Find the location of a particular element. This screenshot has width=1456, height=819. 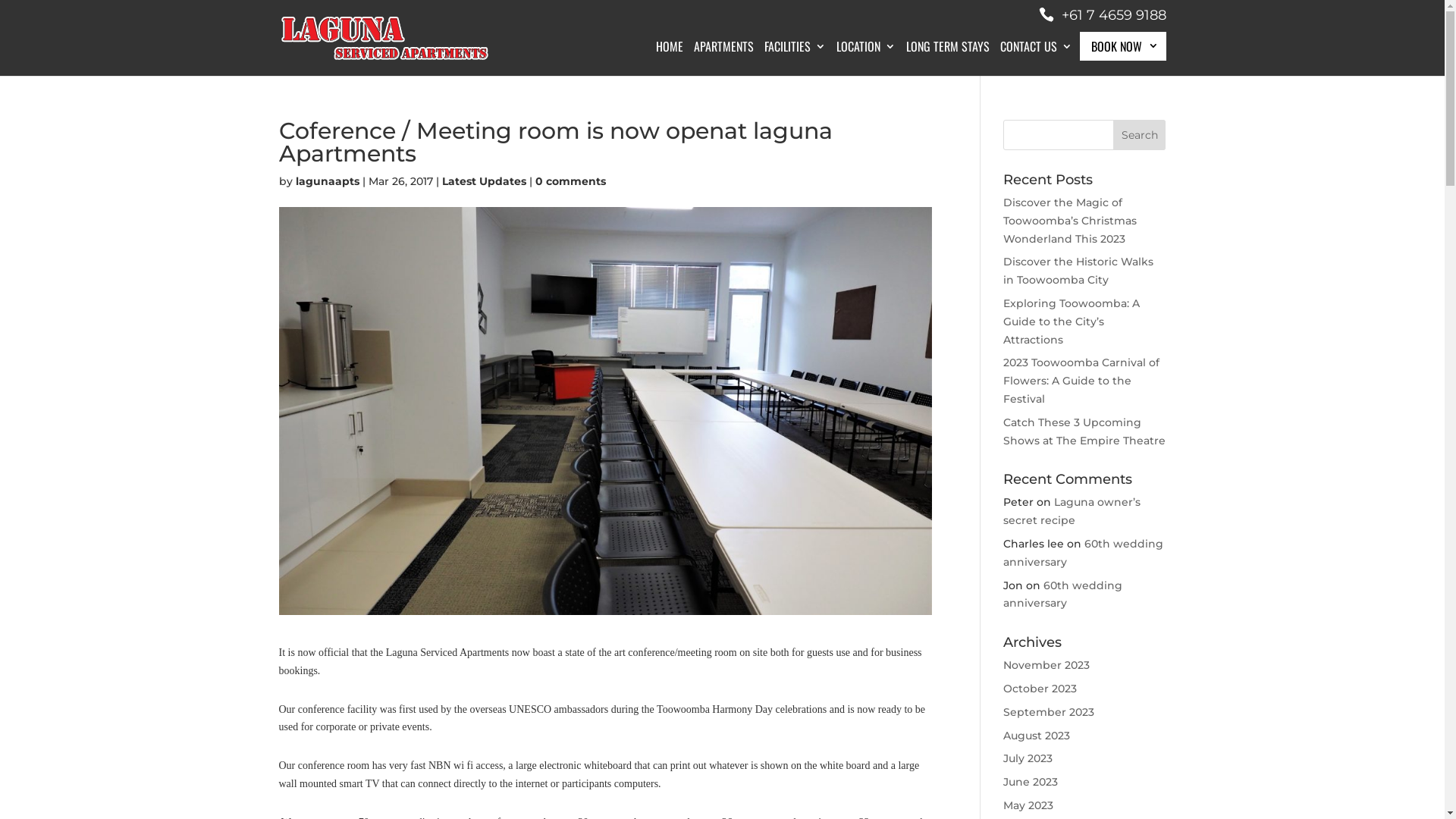

'lagunaapts' is located at coordinates (295, 180).